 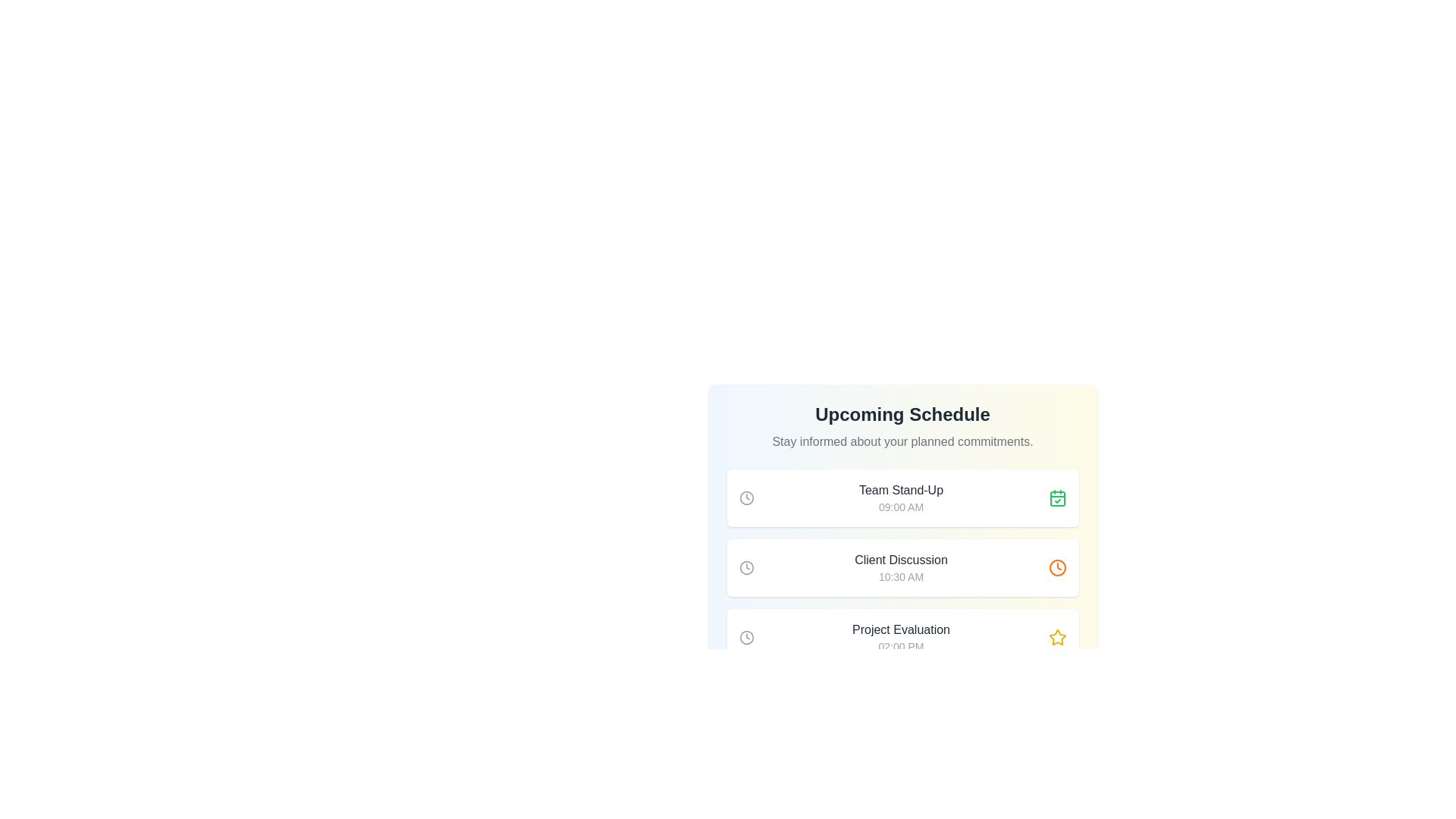 I want to click on the static text label 'Project Evaluation', so click(x=901, y=629).